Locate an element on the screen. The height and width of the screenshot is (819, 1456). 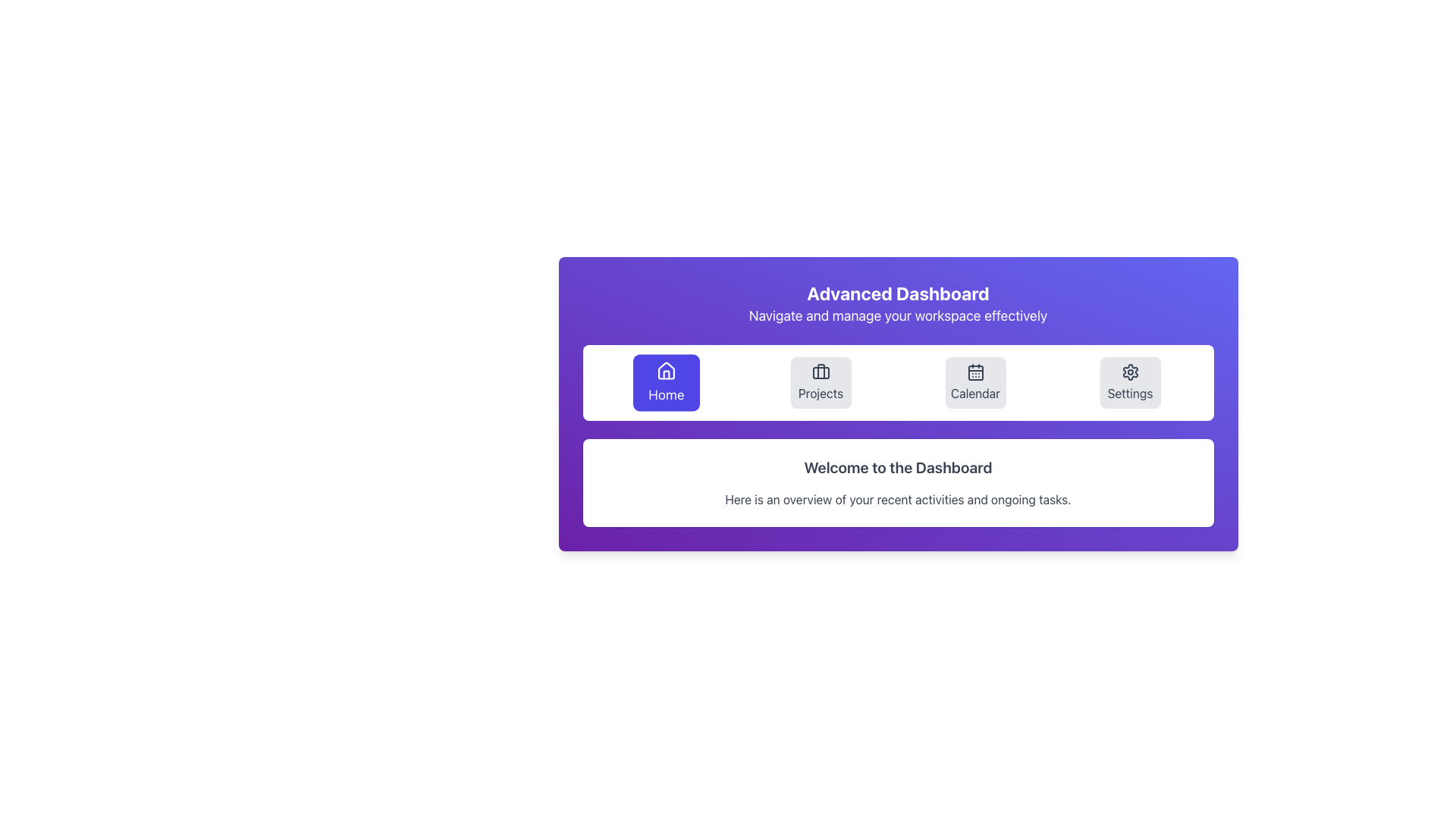
the 'Projects' icon located in the second button from the left in the horizontal toolbar under the 'Advanced Dashboard' heading is located at coordinates (820, 372).